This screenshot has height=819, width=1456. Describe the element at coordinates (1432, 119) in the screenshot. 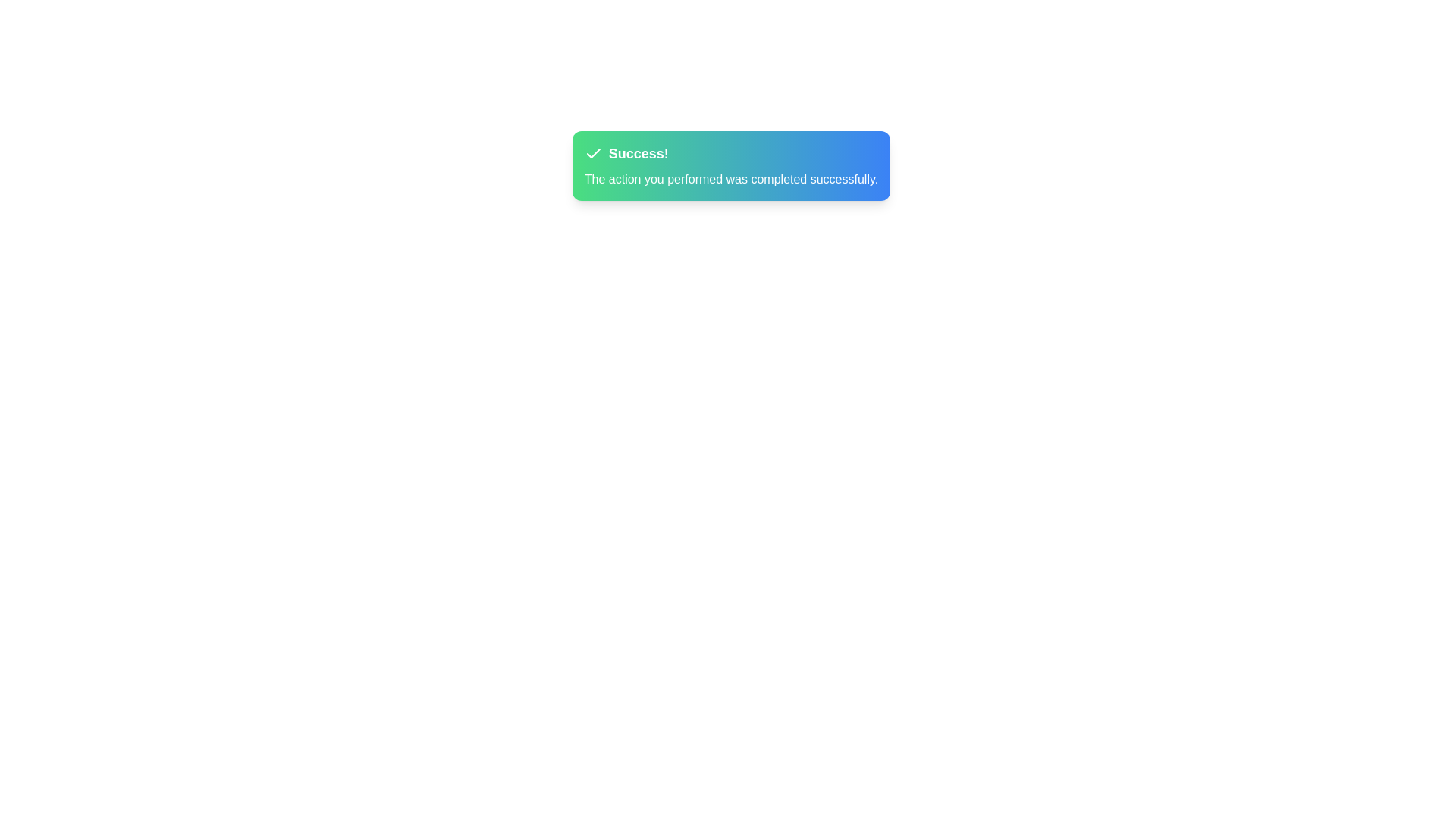

I see `the close button of the snackbar to dismiss it` at that location.